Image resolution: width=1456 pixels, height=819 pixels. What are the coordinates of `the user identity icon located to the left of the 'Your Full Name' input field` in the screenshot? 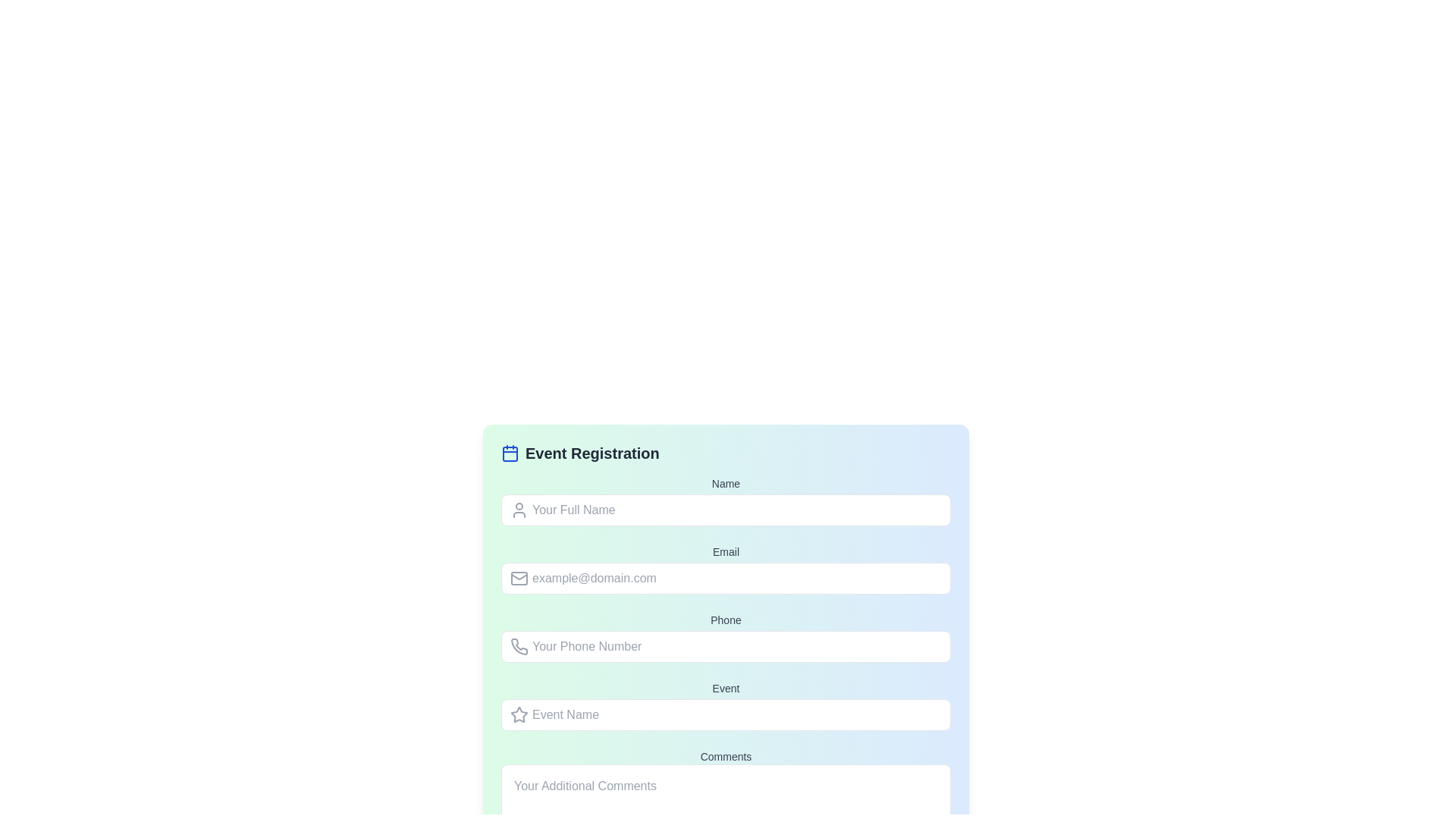 It's located at (519, 510).